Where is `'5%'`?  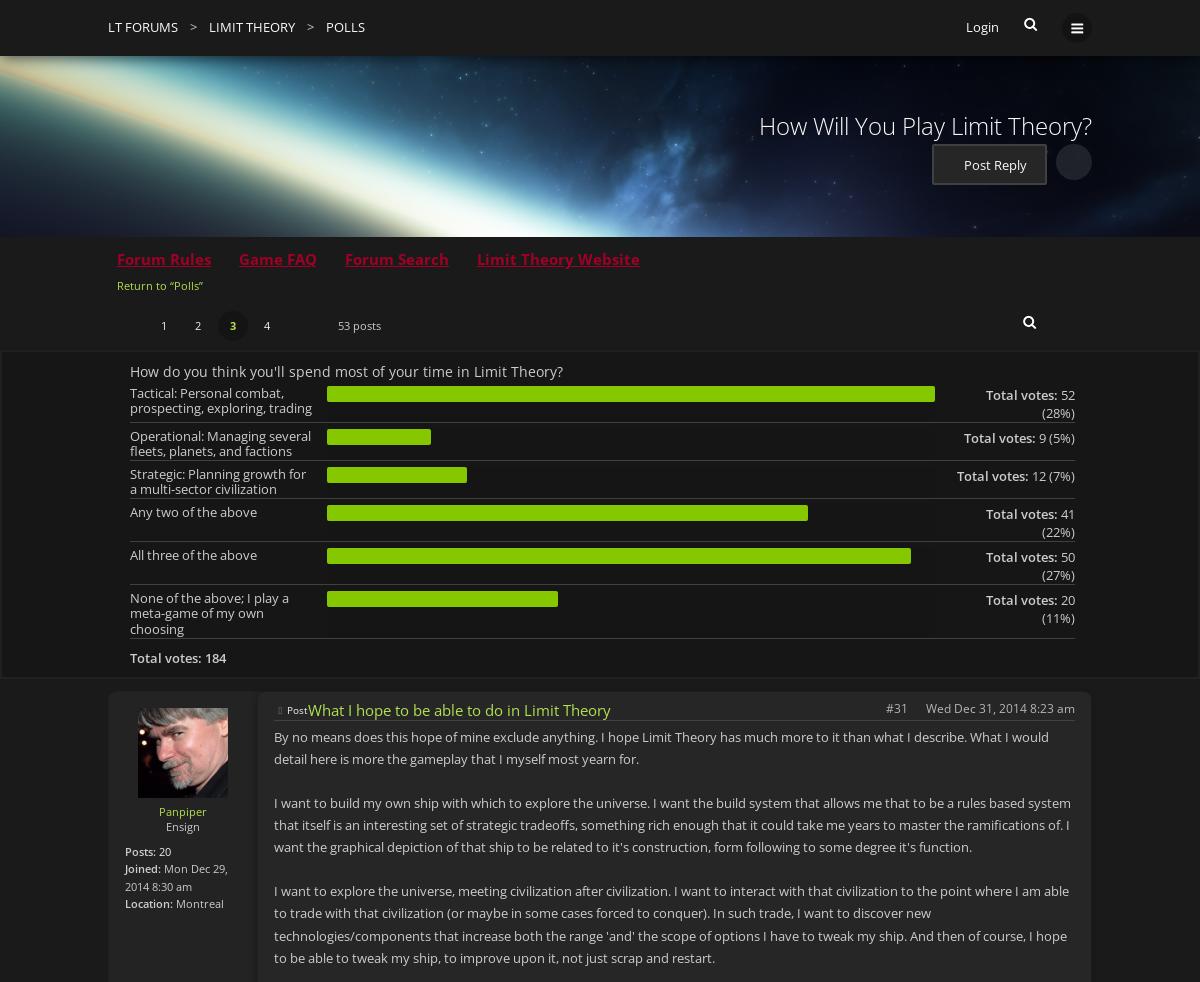 '5%' is located at coordinates (1052, 436).